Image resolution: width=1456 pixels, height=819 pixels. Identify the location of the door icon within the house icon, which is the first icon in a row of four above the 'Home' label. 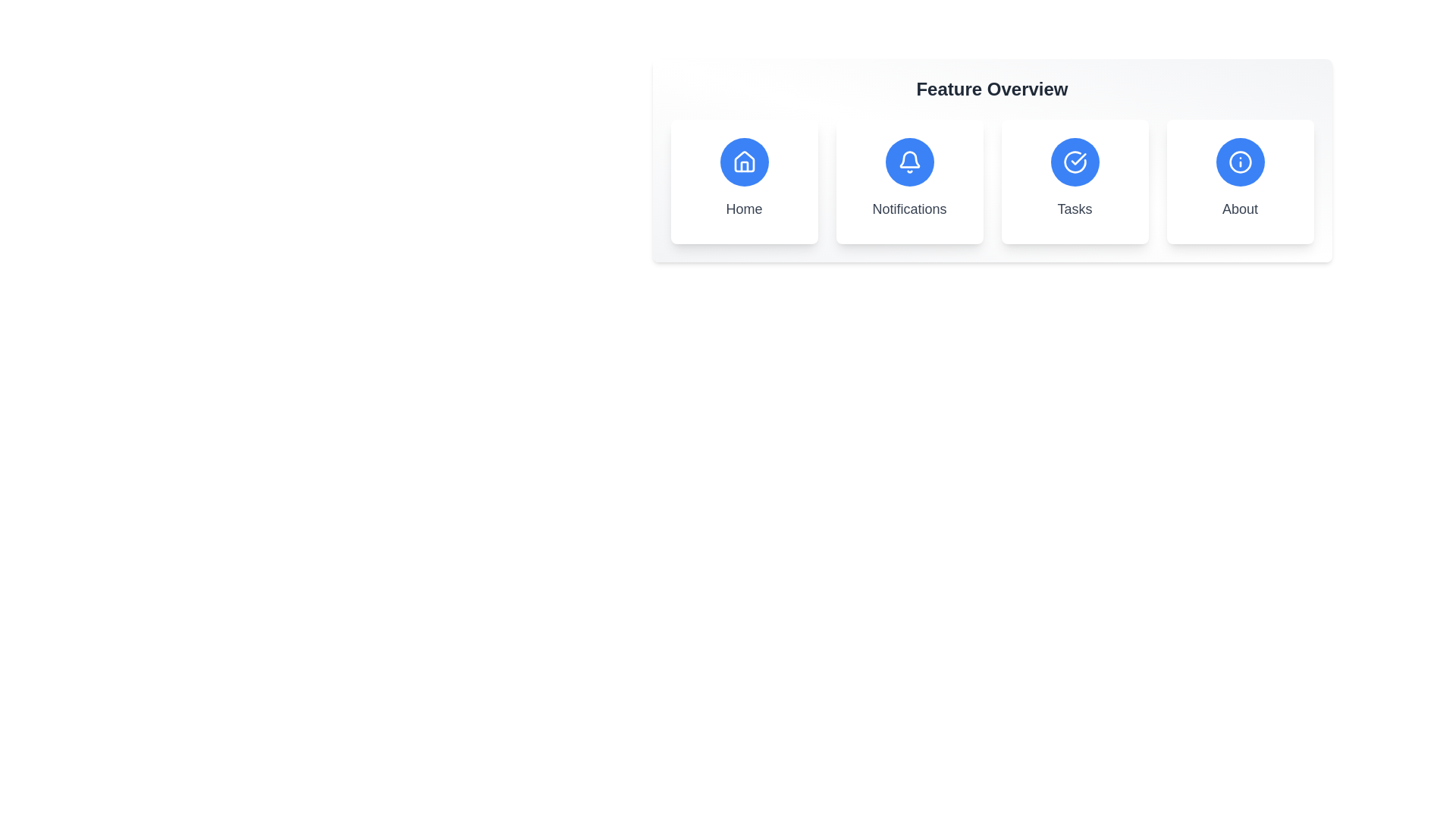
(744, 166).